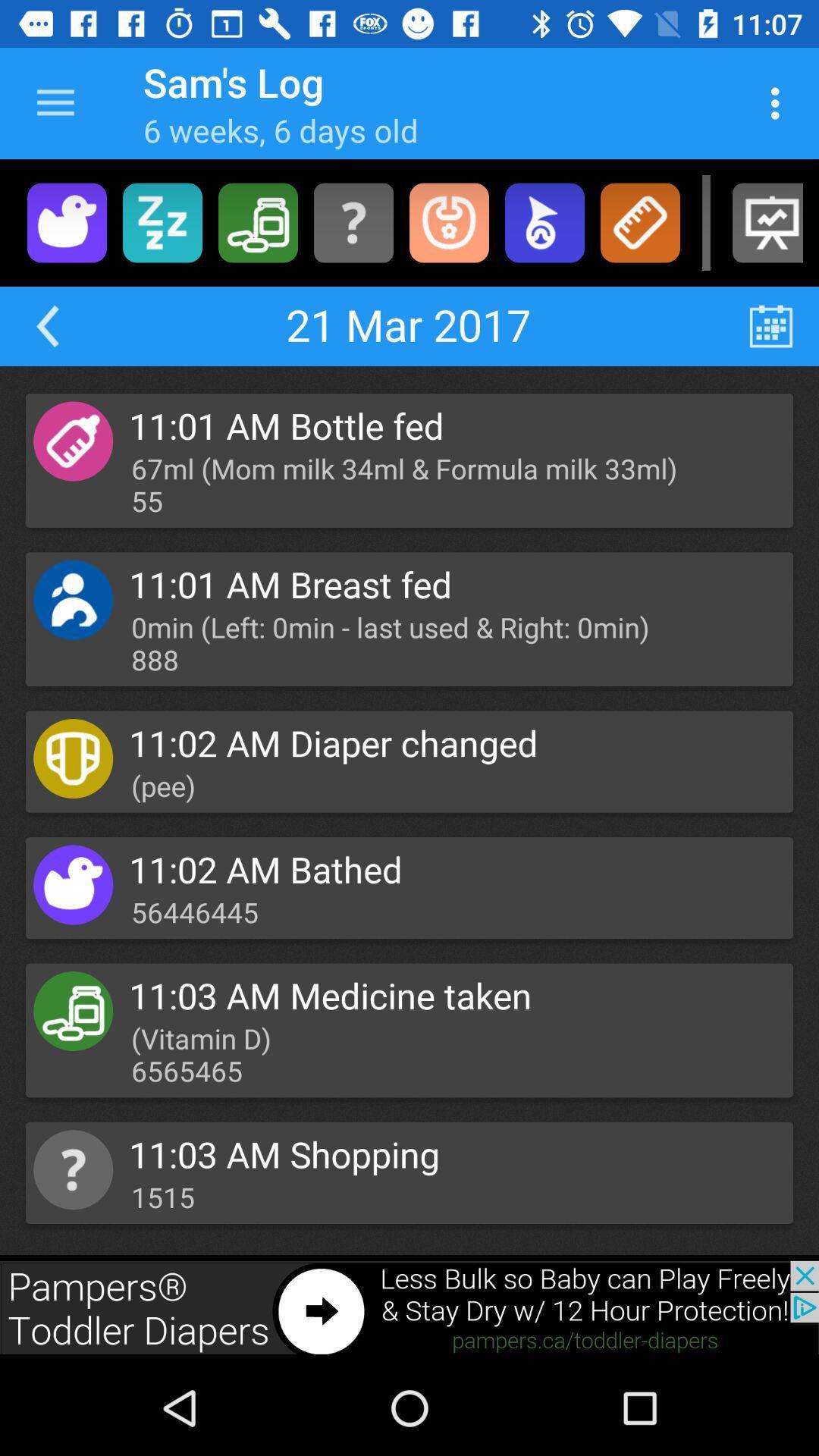 The width and height of the screenshot is (819, 1456). I want to click on eating, so click(448, 221).